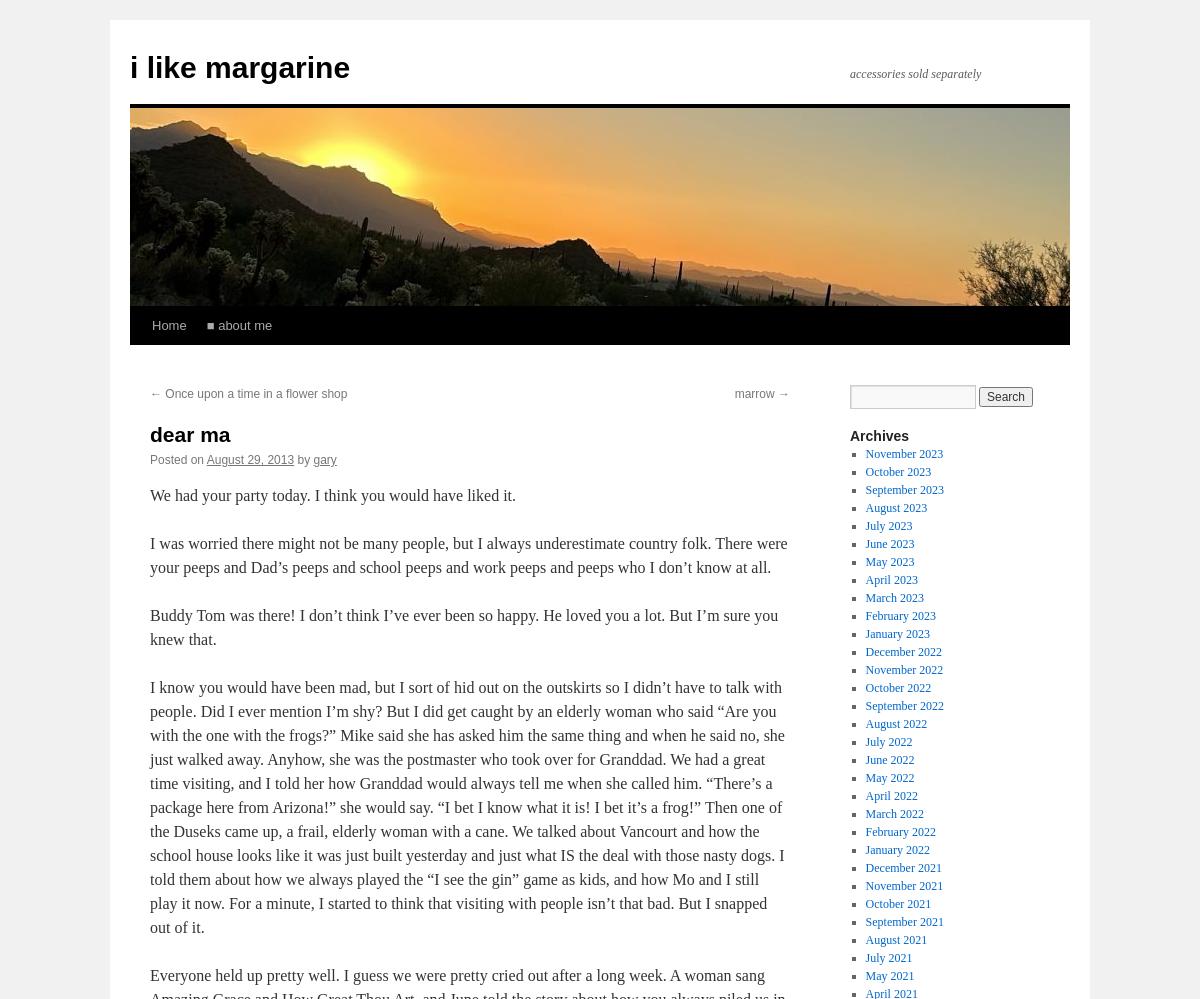  Describe the element at coordinates (896, 632) in the screenshot. I see `'January 2023'` at that location.